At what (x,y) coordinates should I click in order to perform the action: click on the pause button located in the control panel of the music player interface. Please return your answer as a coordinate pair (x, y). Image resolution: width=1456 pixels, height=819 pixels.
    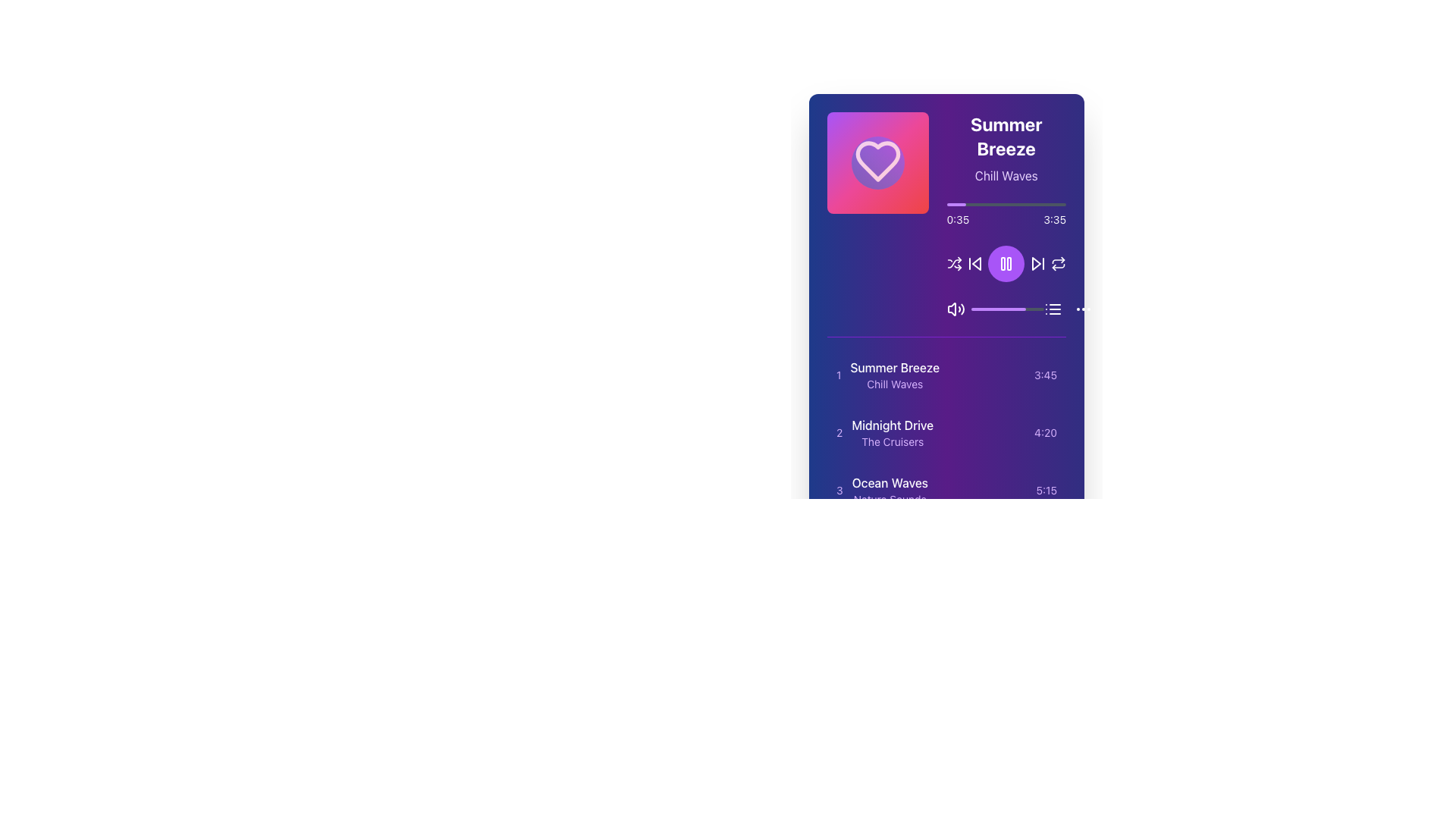
    Looking at the image, I should click on (1006, 262).